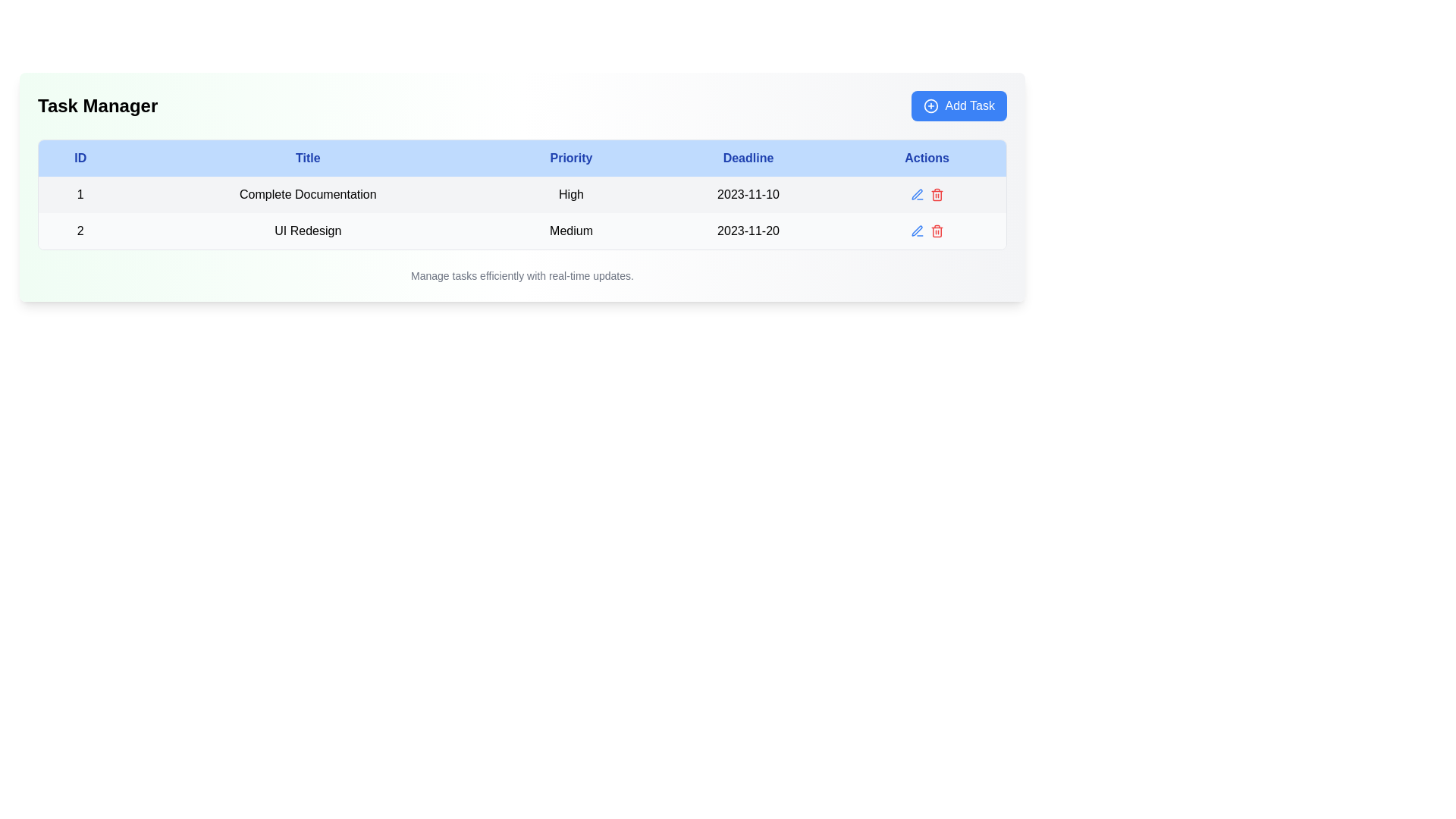  I want to click on the 'Medium' priority indicator text label located, so click(570, 231).